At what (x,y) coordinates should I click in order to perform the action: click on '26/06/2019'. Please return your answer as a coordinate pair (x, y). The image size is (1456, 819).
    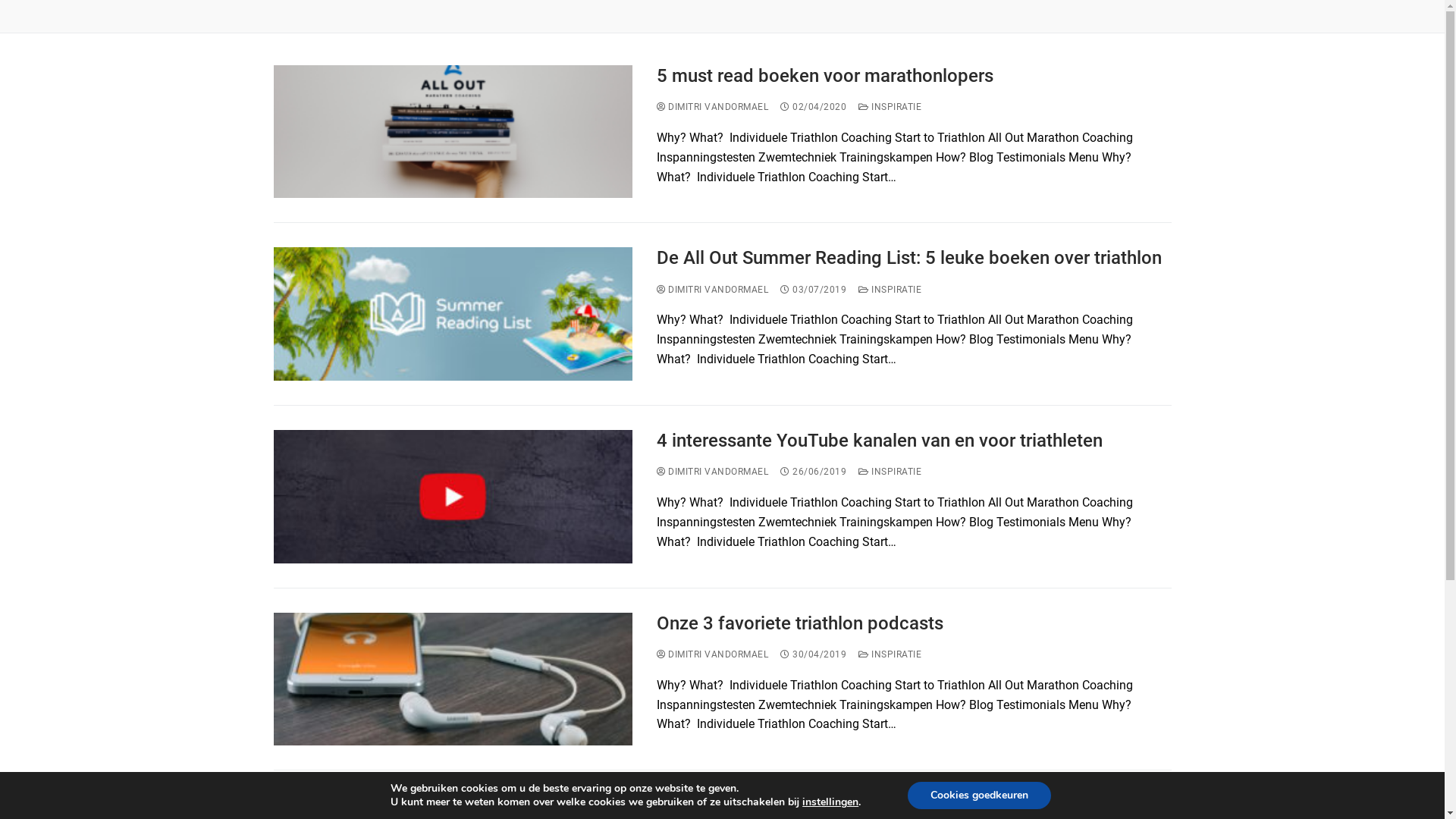
    Looking at the image, I should click on (812, 470).